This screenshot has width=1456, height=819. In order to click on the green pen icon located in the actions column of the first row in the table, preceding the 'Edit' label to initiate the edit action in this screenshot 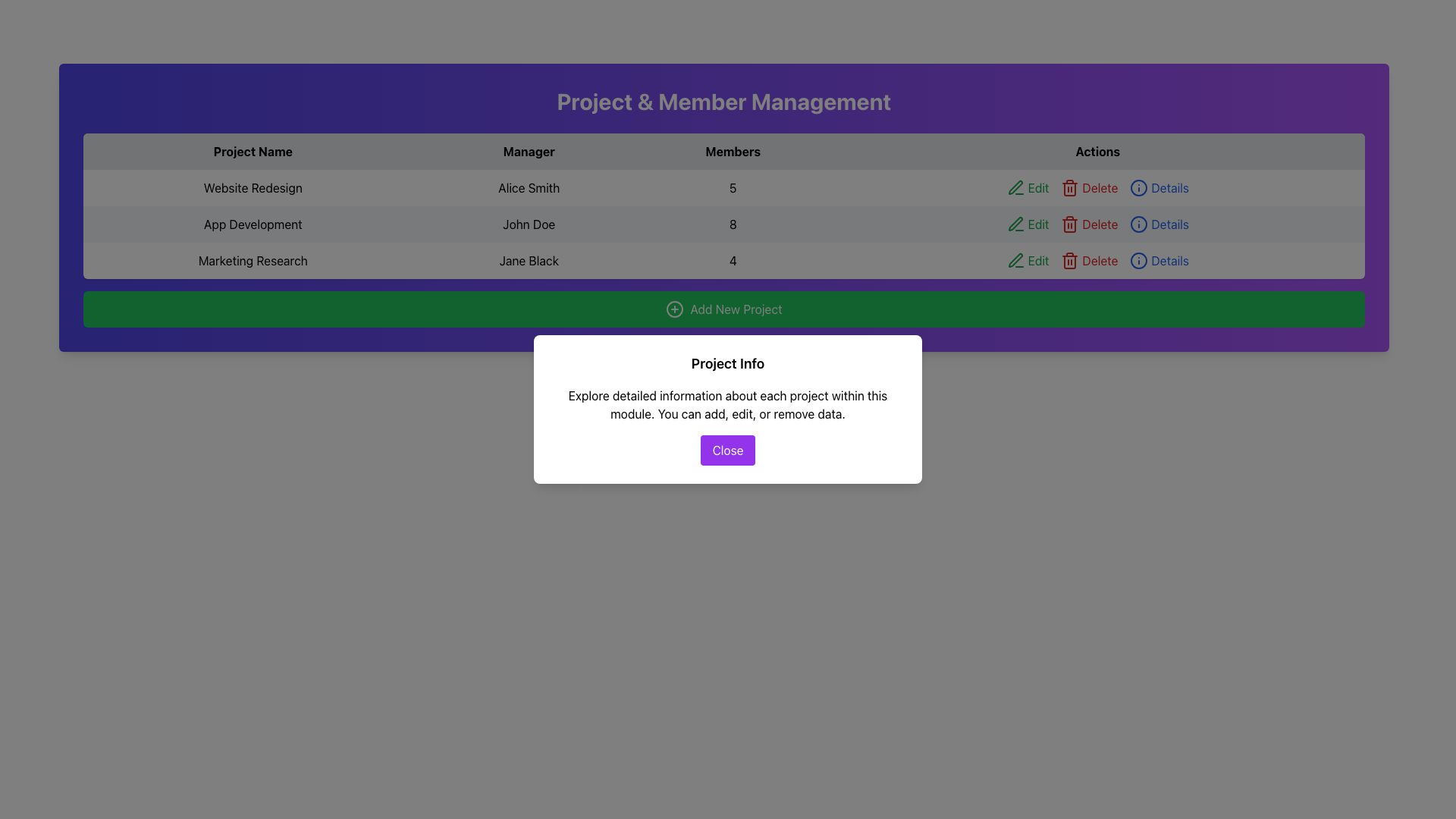, I will do `click(1015, 187)`.